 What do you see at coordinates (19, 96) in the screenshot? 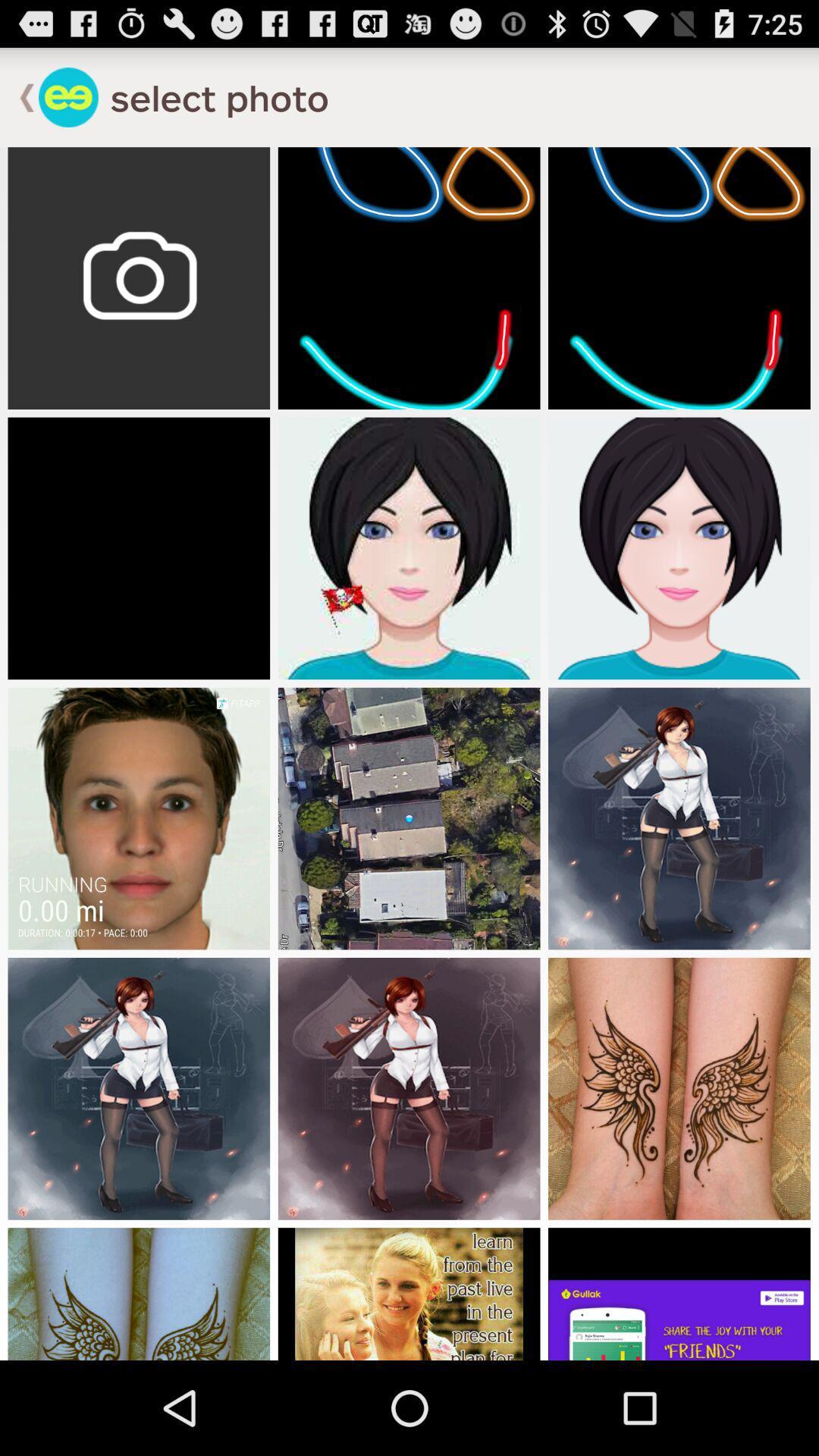
I see `go back` at bounding box center [19, 96].